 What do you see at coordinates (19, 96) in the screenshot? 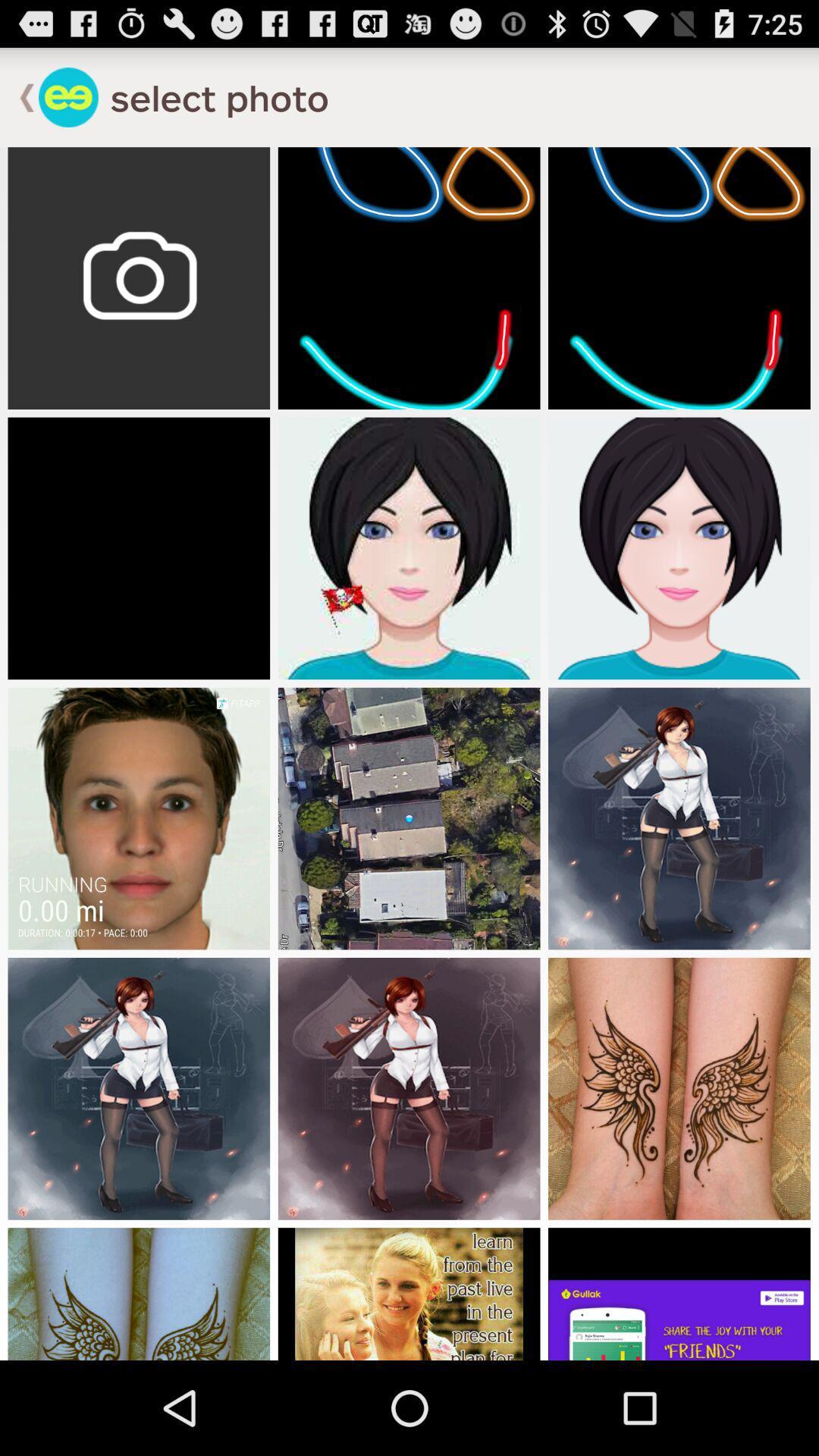
I see `go back` at bounding box center [19, 96].